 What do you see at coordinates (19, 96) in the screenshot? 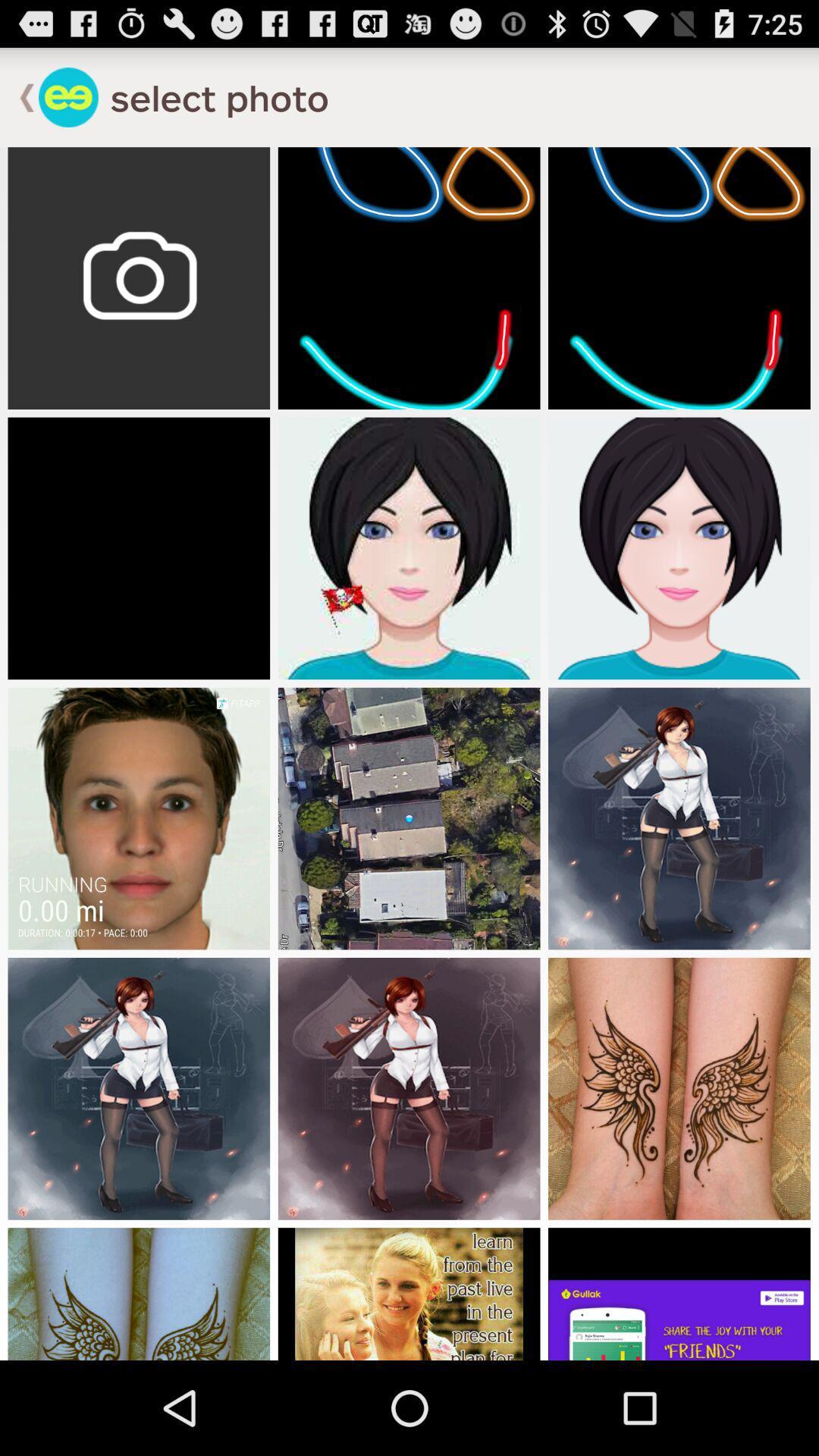
I see `go back` at bounding box center [19, 96].